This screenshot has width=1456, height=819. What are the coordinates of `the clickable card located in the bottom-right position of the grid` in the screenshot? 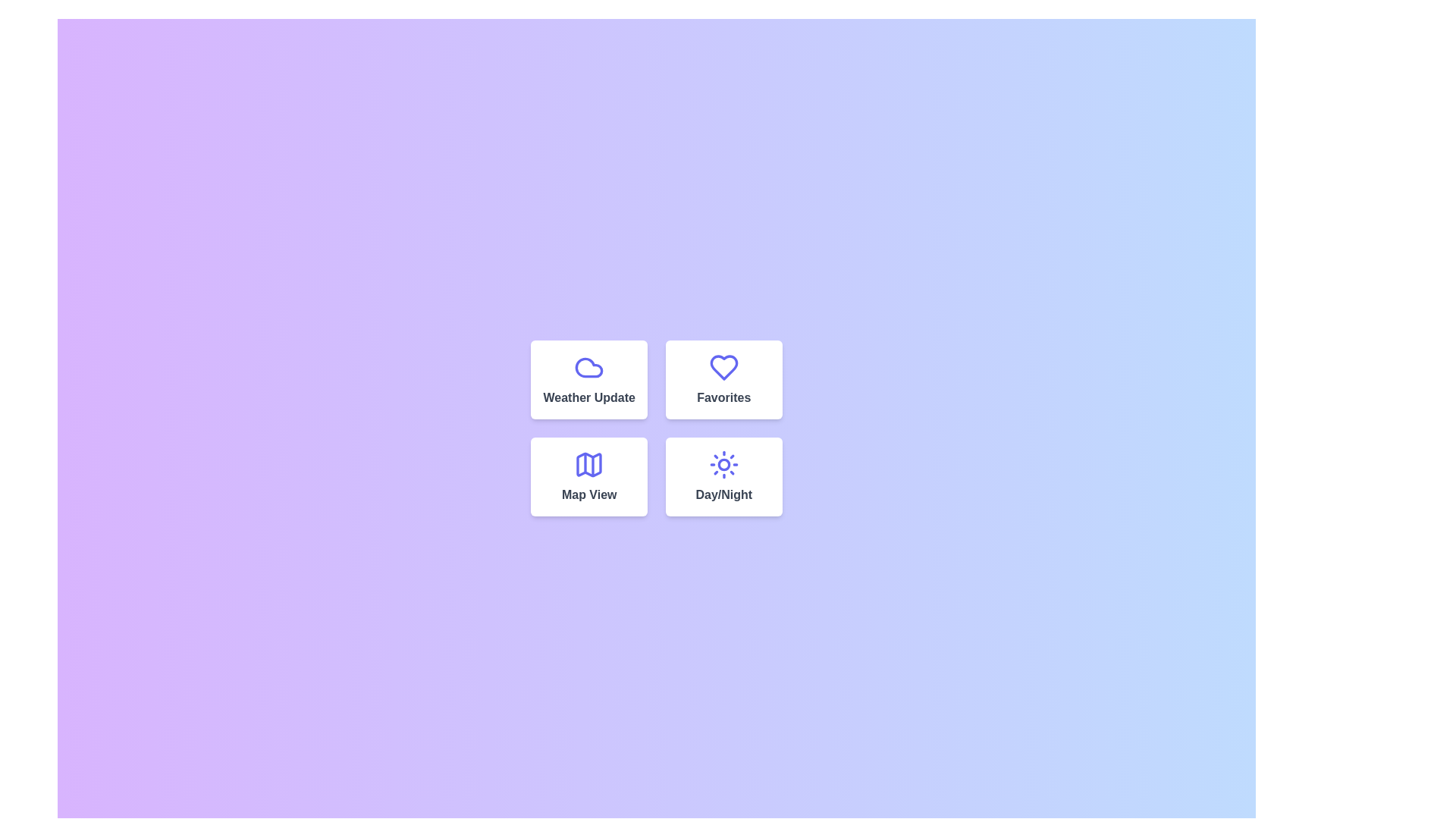 It's located at (723, 475).